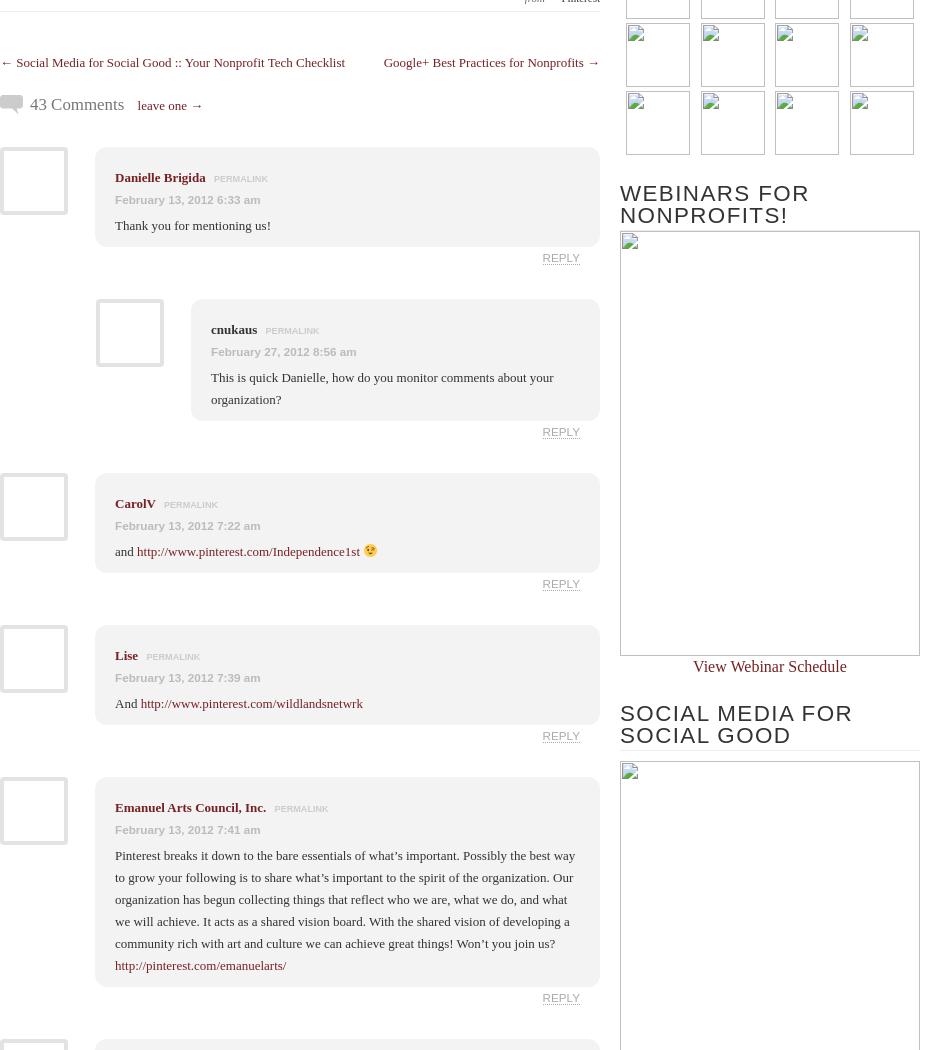 The image size is (930, 1050). What do you see at coordinates (769, 665) in the screenshot?
I see `'View Webinar Schedule'` at bounding box center [769, 665].